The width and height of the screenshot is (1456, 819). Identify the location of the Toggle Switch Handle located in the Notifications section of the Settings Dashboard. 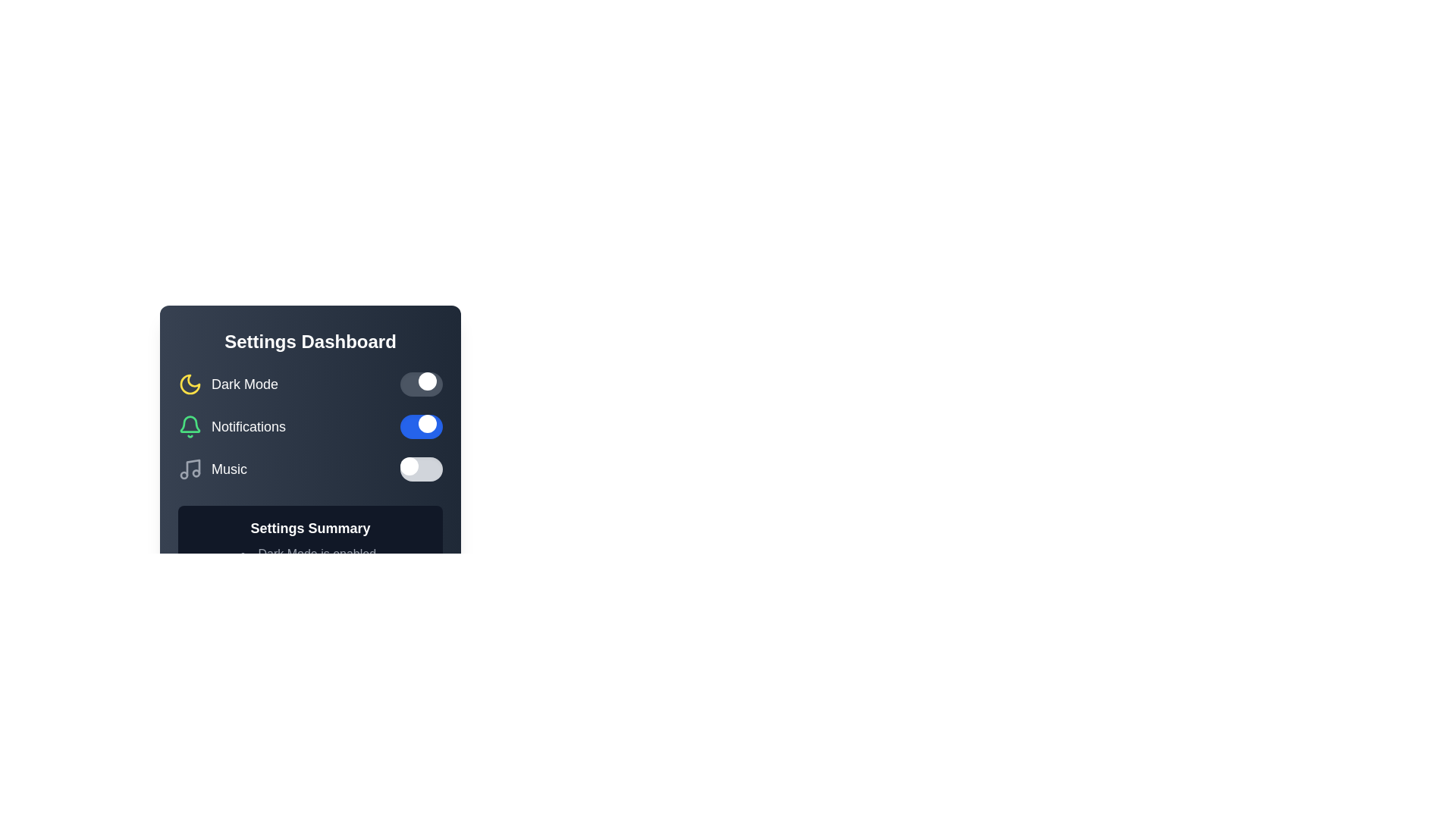
(427, 424).